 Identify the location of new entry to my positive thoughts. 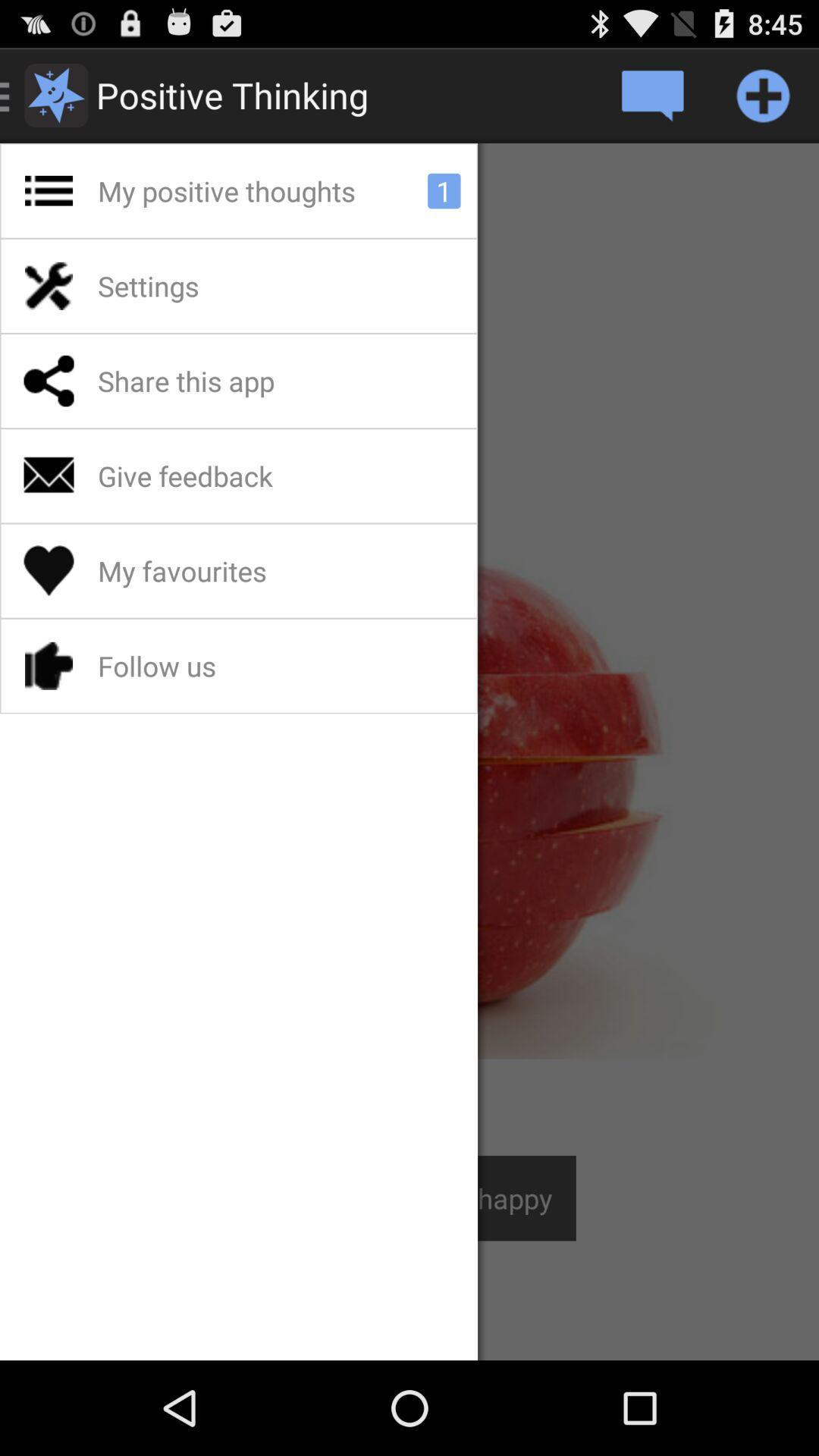
(763, 94).